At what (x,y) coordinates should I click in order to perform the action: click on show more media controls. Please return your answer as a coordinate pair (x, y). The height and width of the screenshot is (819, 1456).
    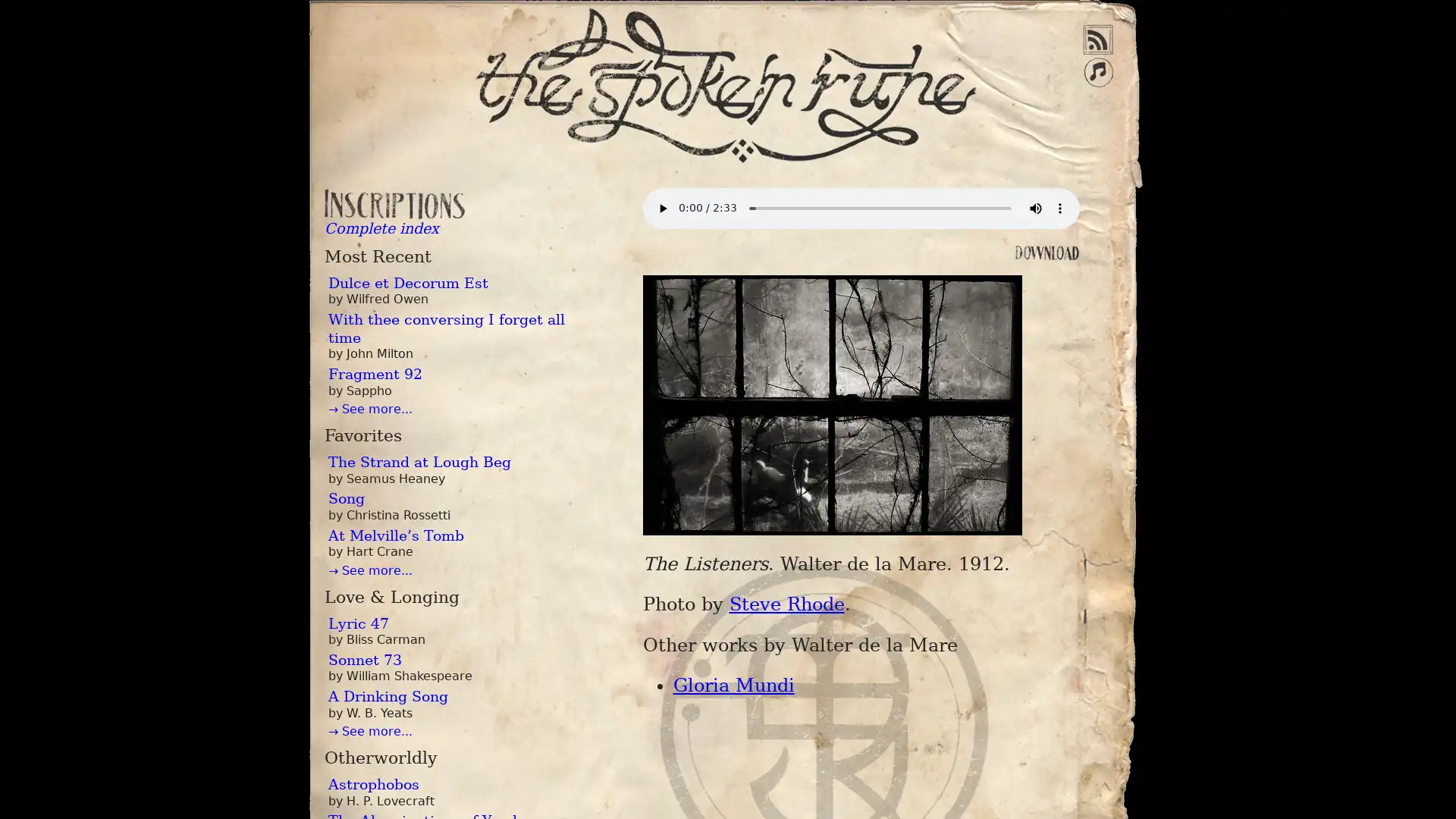
    Looking at the image, I should click on (1058, 208).